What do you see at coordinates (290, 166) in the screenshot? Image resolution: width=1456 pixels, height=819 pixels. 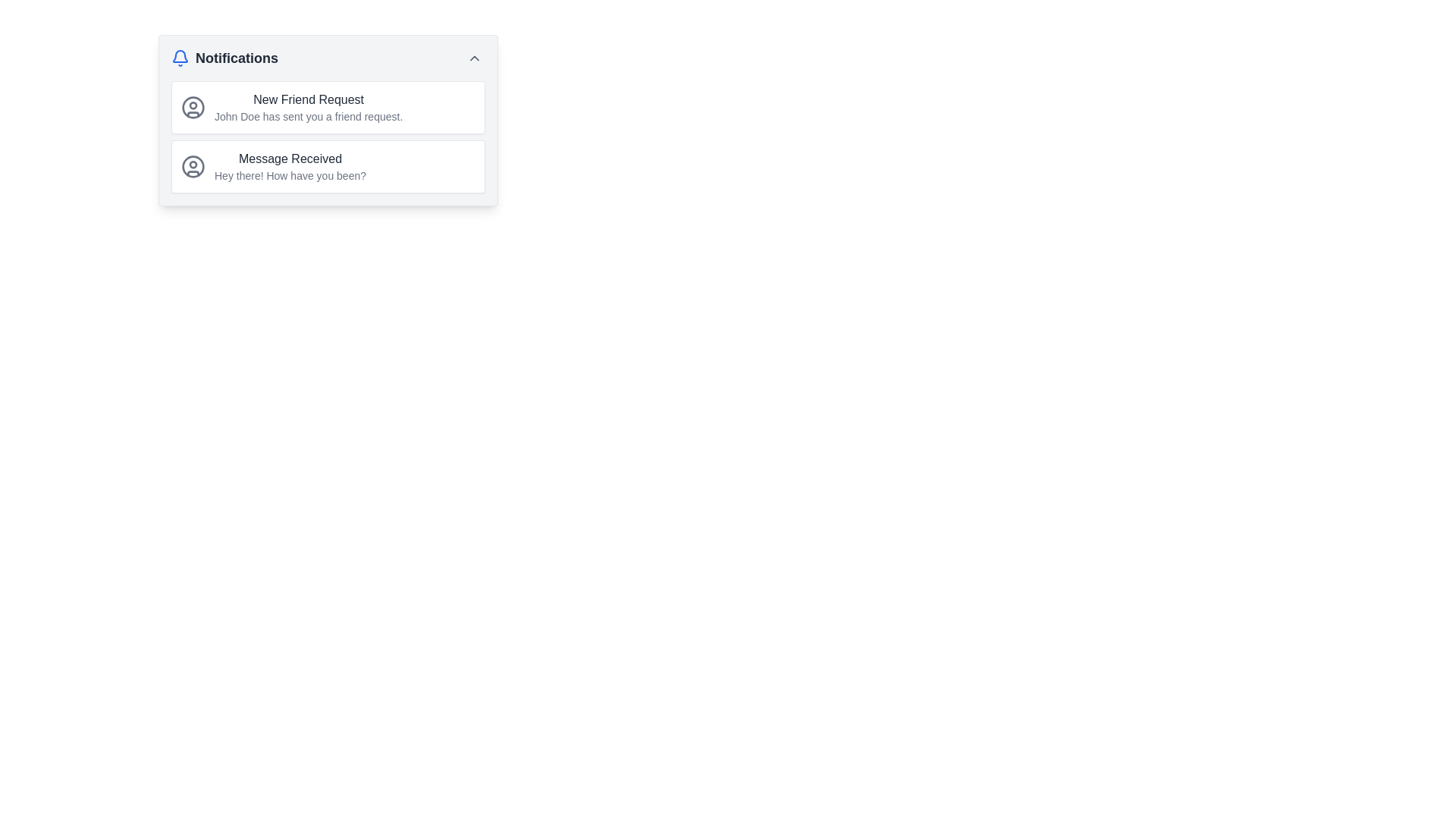 I see `the 'Message Received' text block` at bounding box center [290, 166].